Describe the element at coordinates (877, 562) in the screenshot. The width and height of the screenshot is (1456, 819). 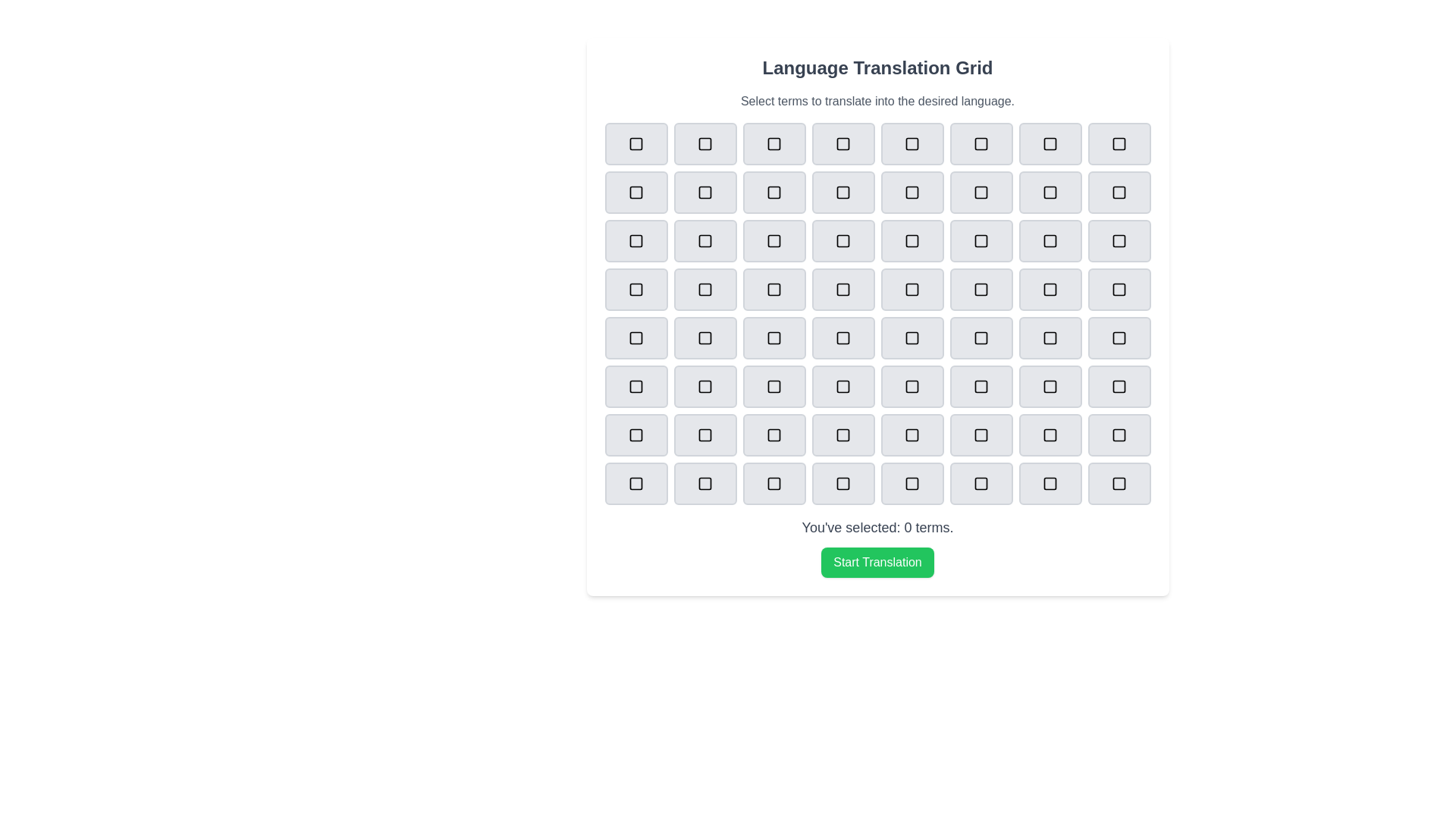
I see `'Start Translation' button to initiate the translation process` at that location.